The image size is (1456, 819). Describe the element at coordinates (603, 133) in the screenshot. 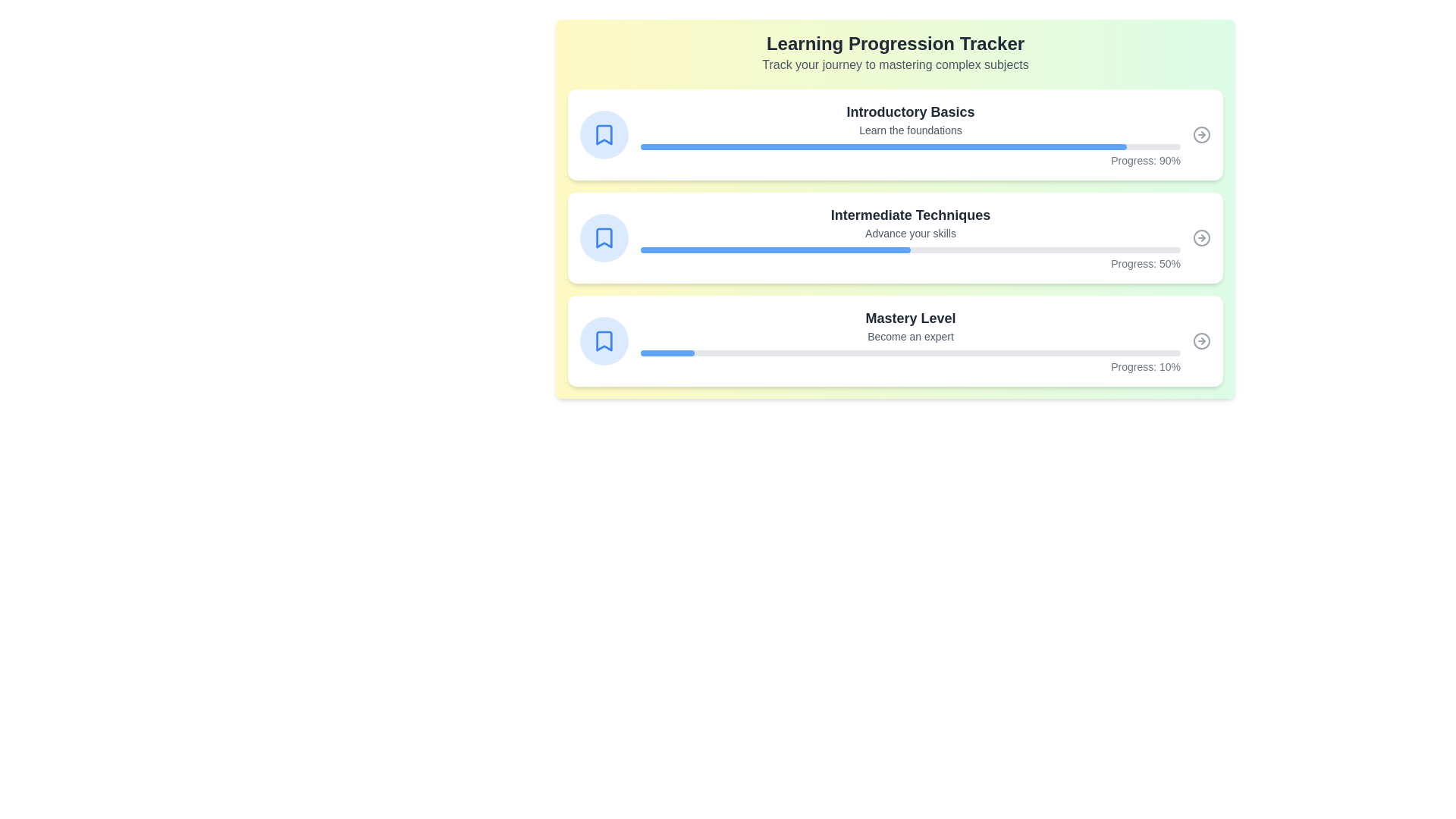

I see `the bookmark icon located inside a circular light blue background on the left side of the second row within a vertical list interface` at that location.